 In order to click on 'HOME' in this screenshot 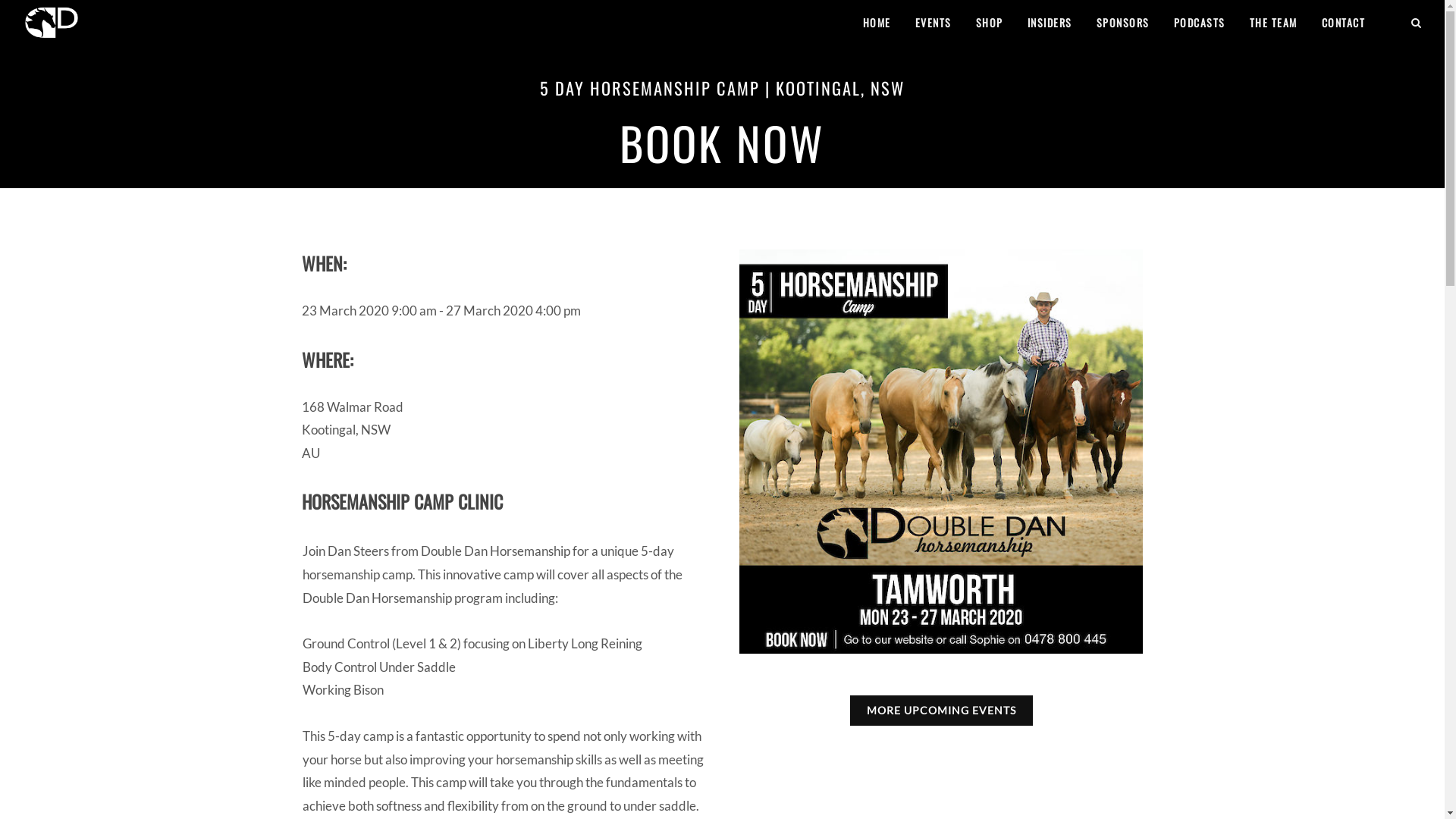, I will do `click(876, 23)`.